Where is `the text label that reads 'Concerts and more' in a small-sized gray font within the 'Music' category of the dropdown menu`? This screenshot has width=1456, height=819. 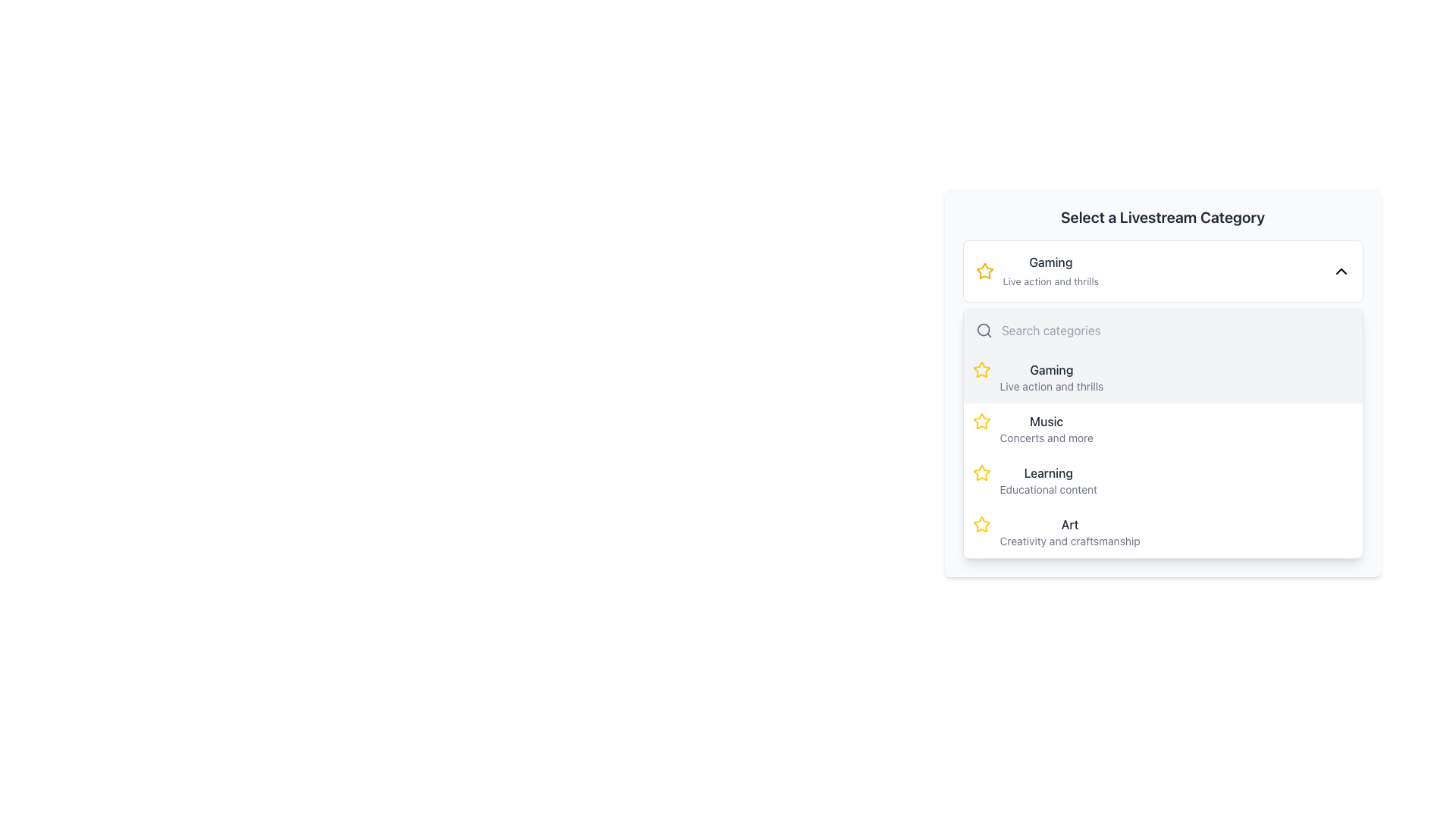
the text label that reads 'Concerts and more' in a small-sized gray font within the 'Music' category of the dropdown menu is located at coordinates (1046, 438).